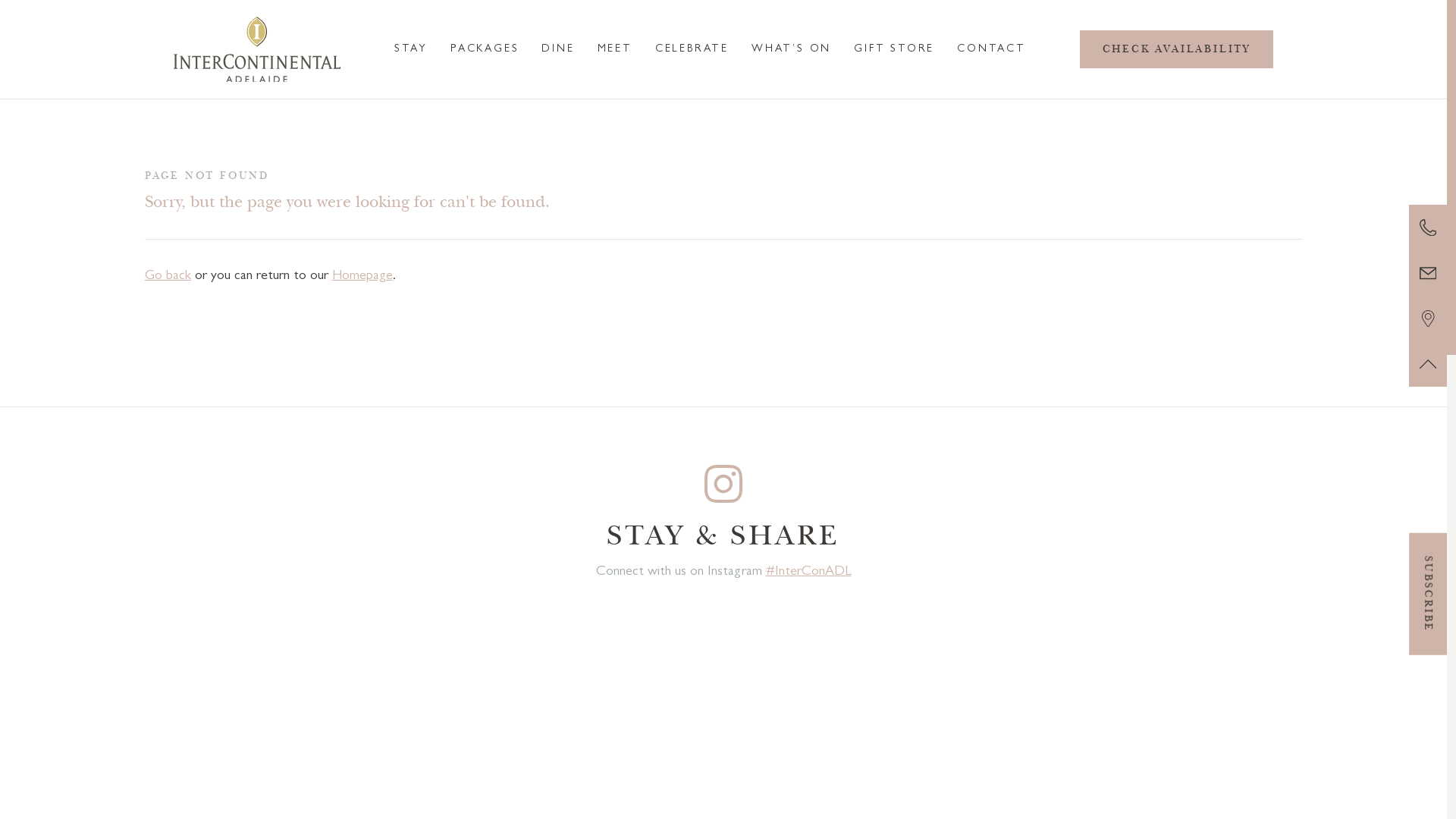 The image size is (1456, 819). Describe the element at coordinates (1175, 49) in the screenshot. I see `'CHECK AVAILABILITY'` at that location.